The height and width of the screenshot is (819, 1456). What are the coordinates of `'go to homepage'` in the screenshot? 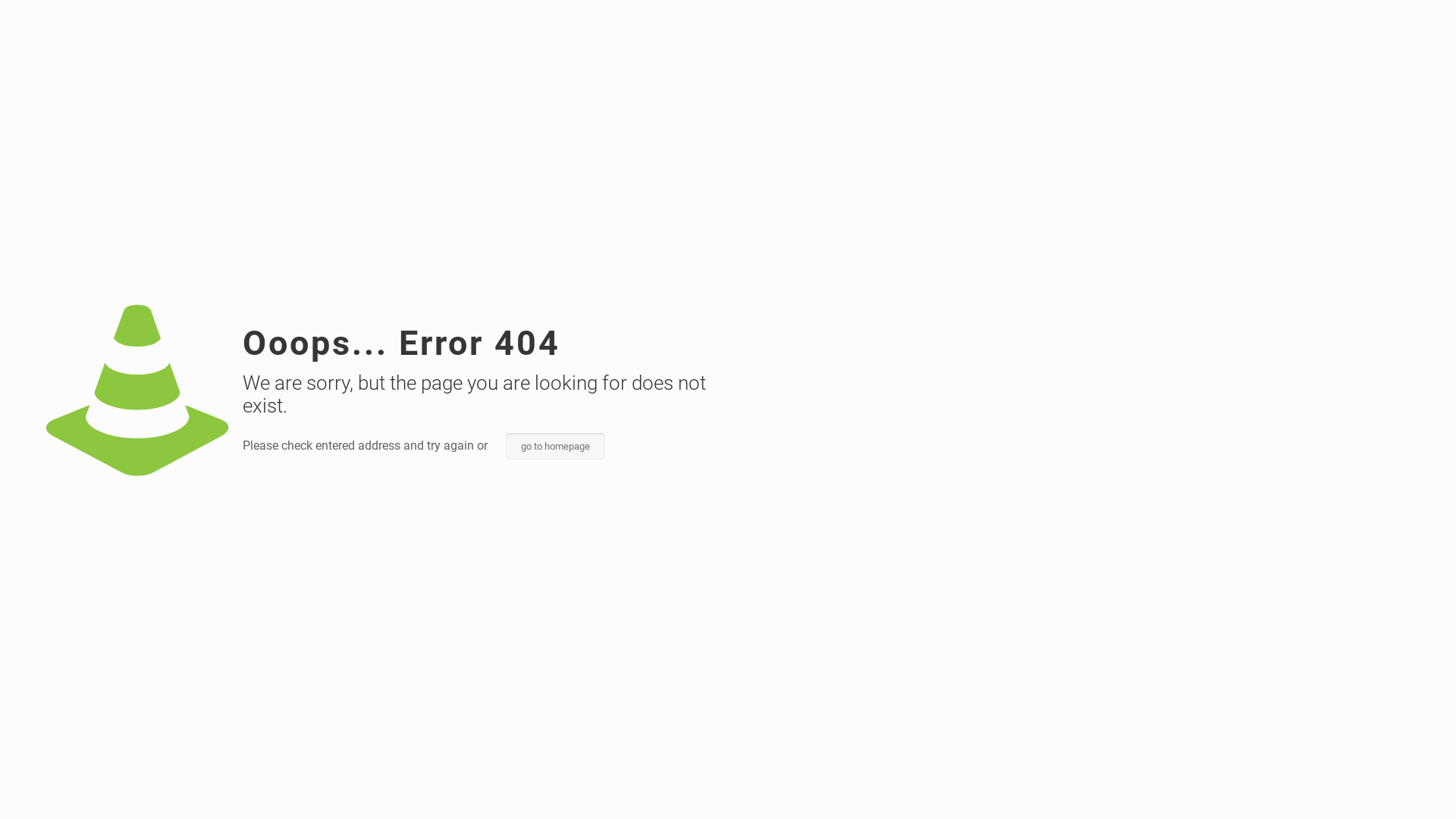 It's located at (554, 445).